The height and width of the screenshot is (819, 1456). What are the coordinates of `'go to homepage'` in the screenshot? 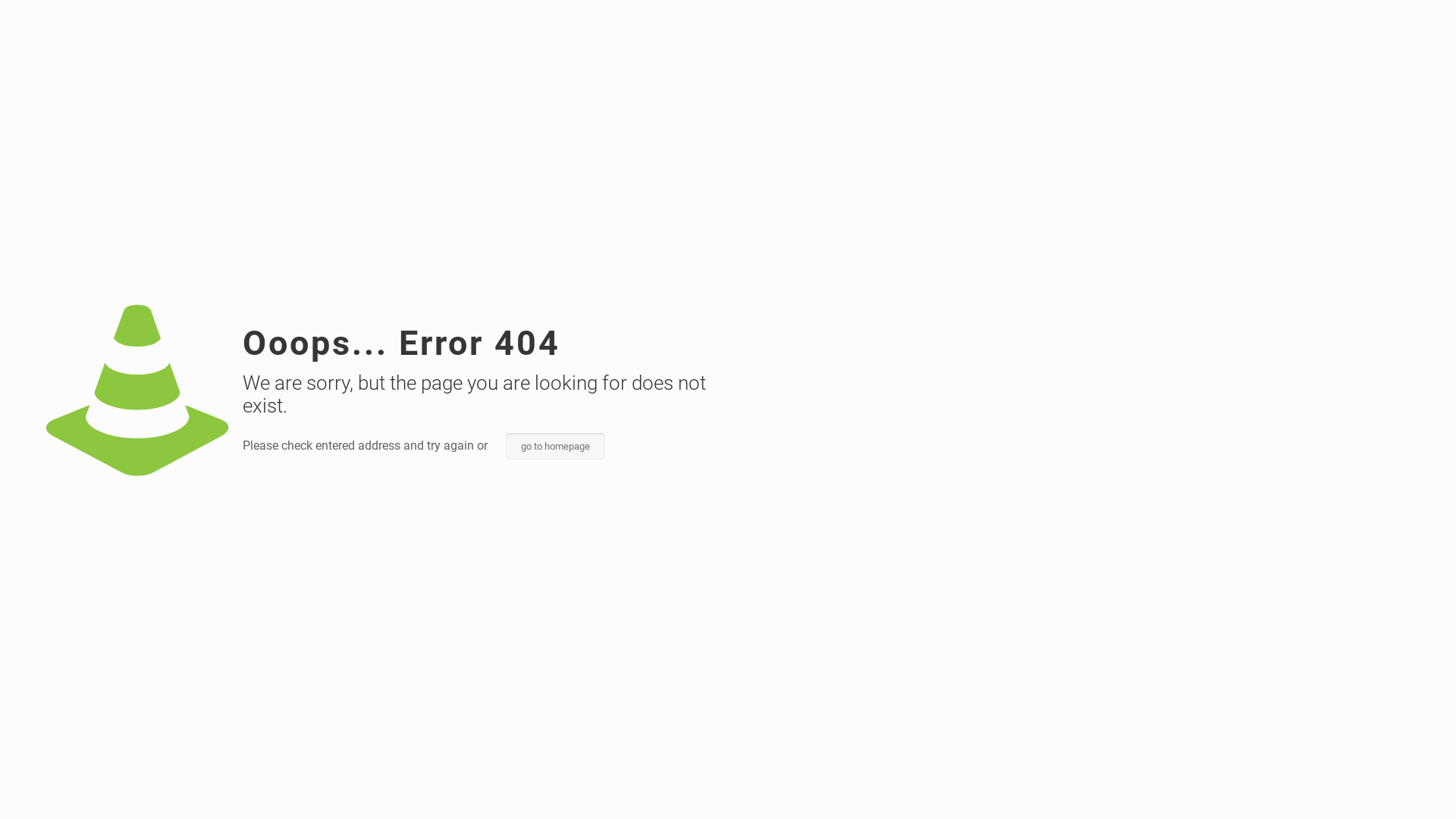 It's located at (554, 445).